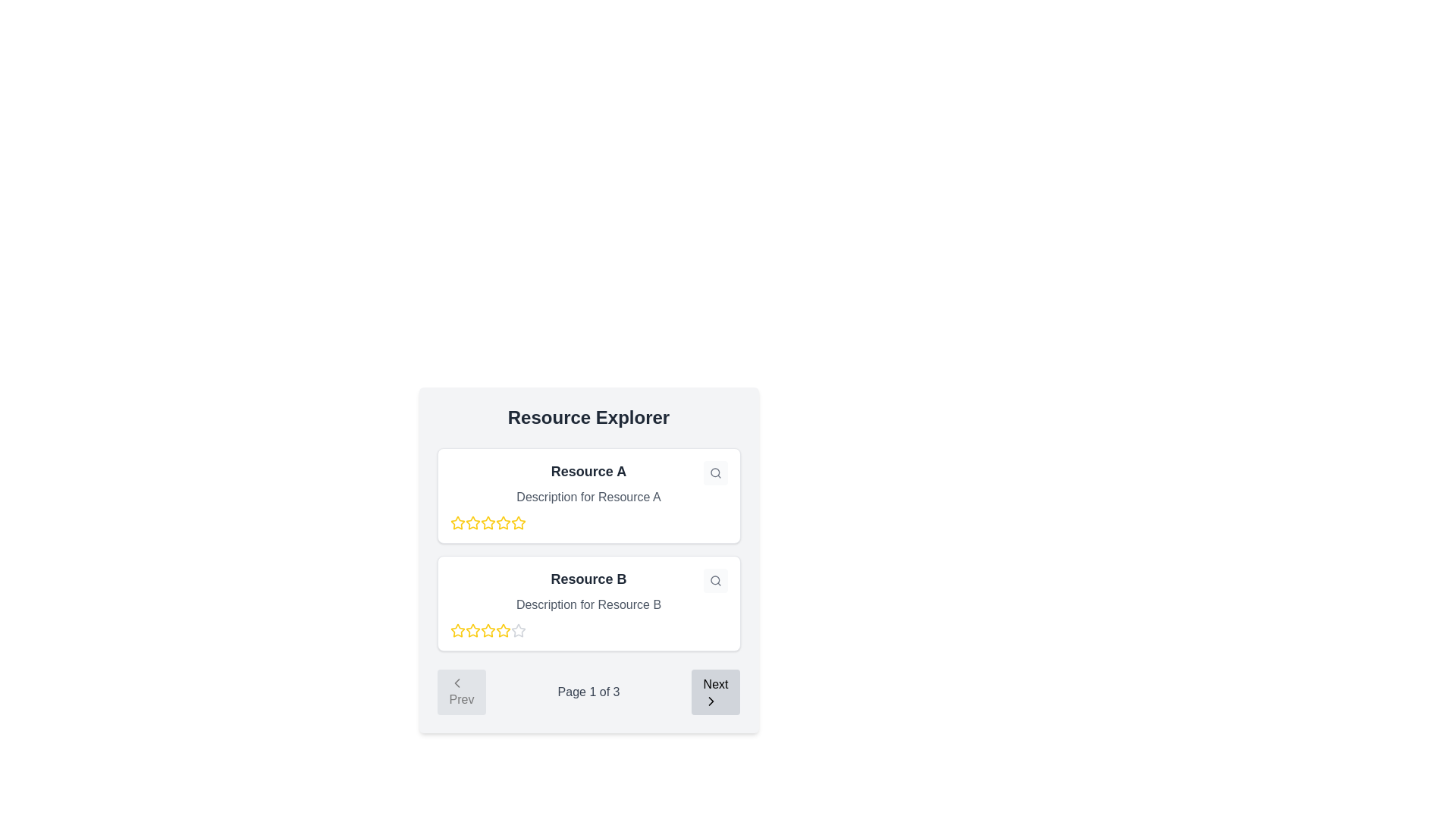 This screenshot has height=819, width=1456. Describe the element at coordinates (488, 522) in the screenshot. I see `the fourth star-shaped Rating icon with a yellow outline in the 'Resource A' section of the 'Resource Explorer' interface using keyboard controls` at that location.